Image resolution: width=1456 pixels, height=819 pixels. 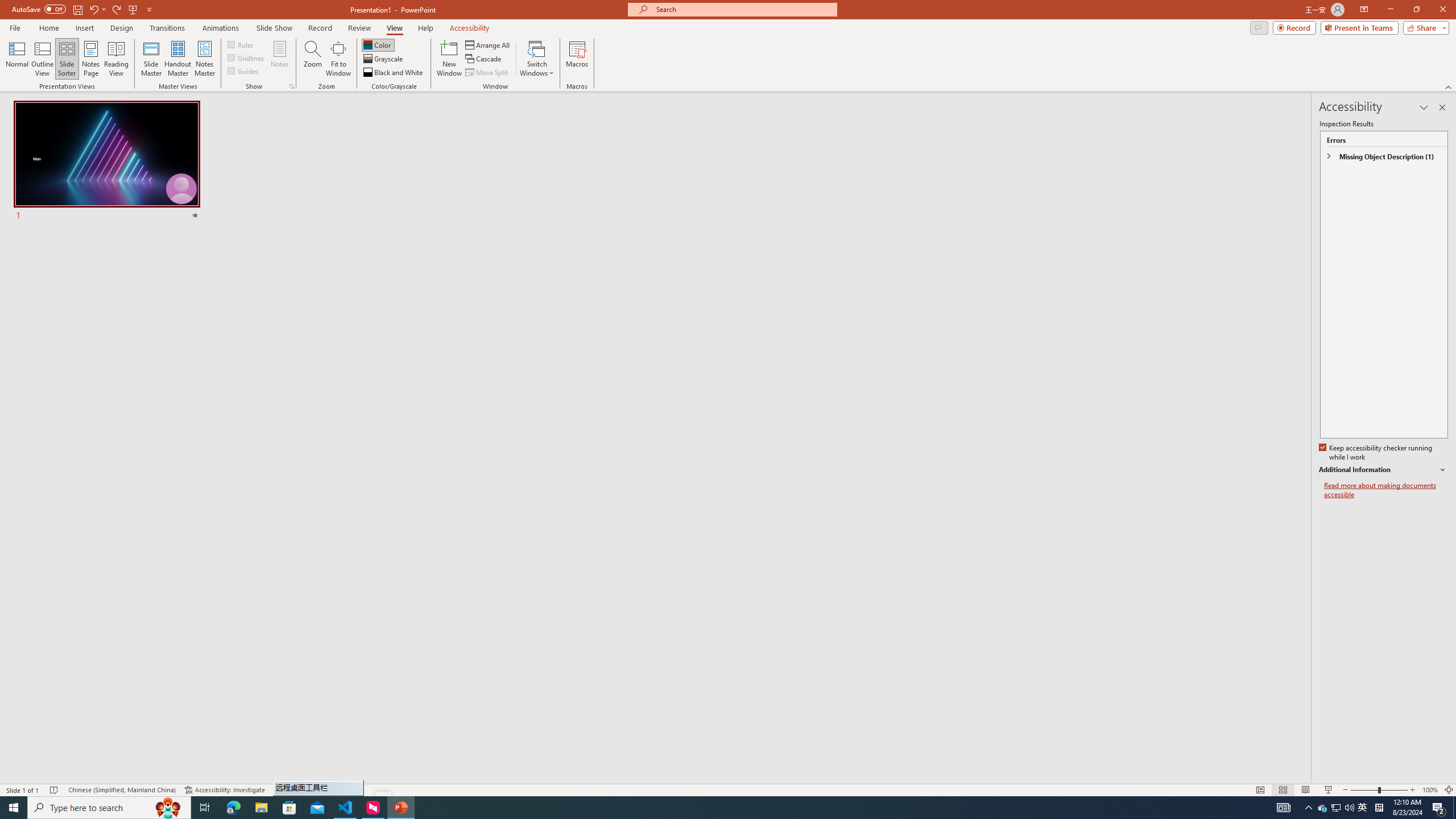 I want to click on 'Zoom 100%', so click(x=1430, y=790).